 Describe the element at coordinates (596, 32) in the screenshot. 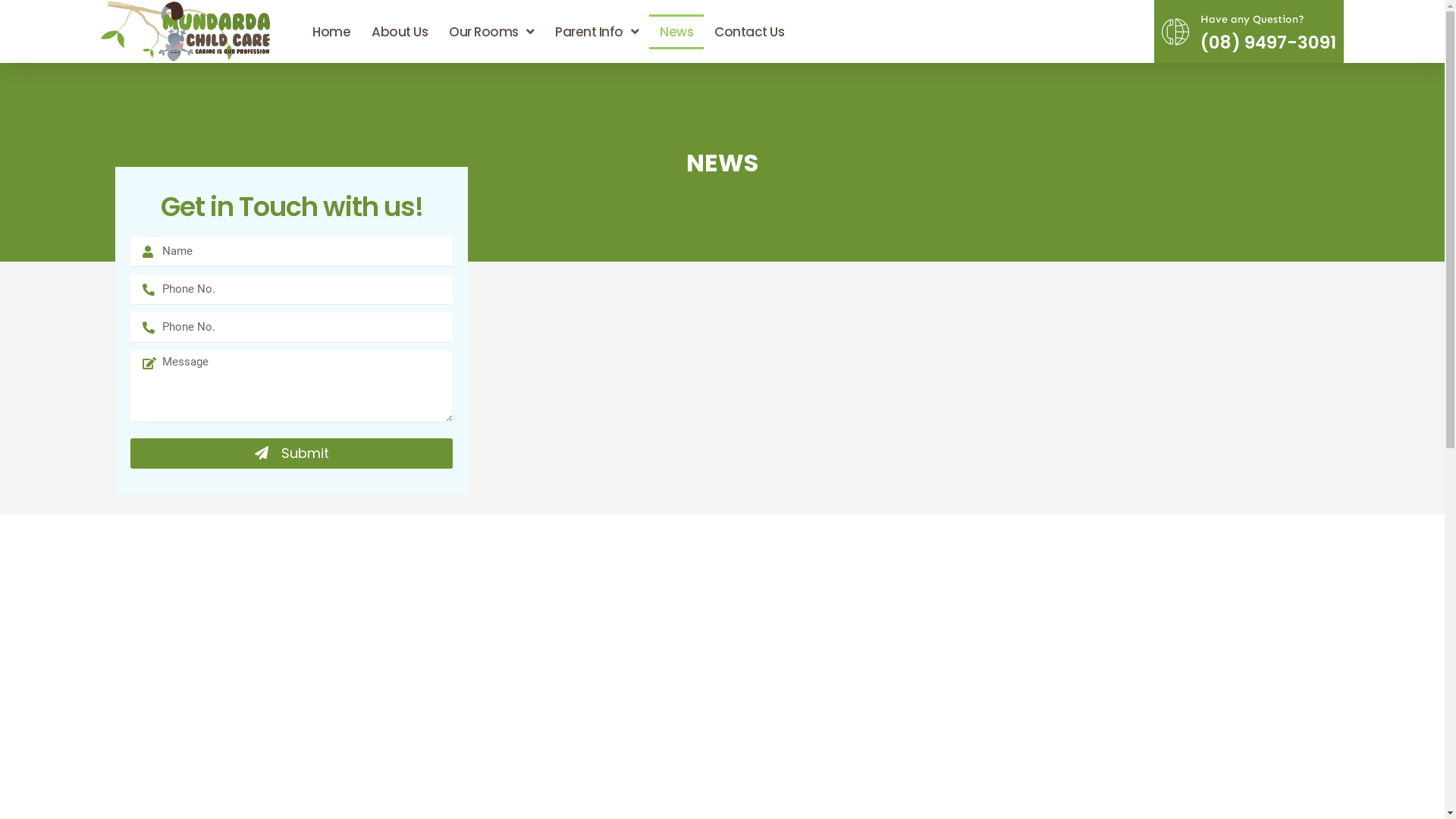

I see `'Parent Info'` at that location.